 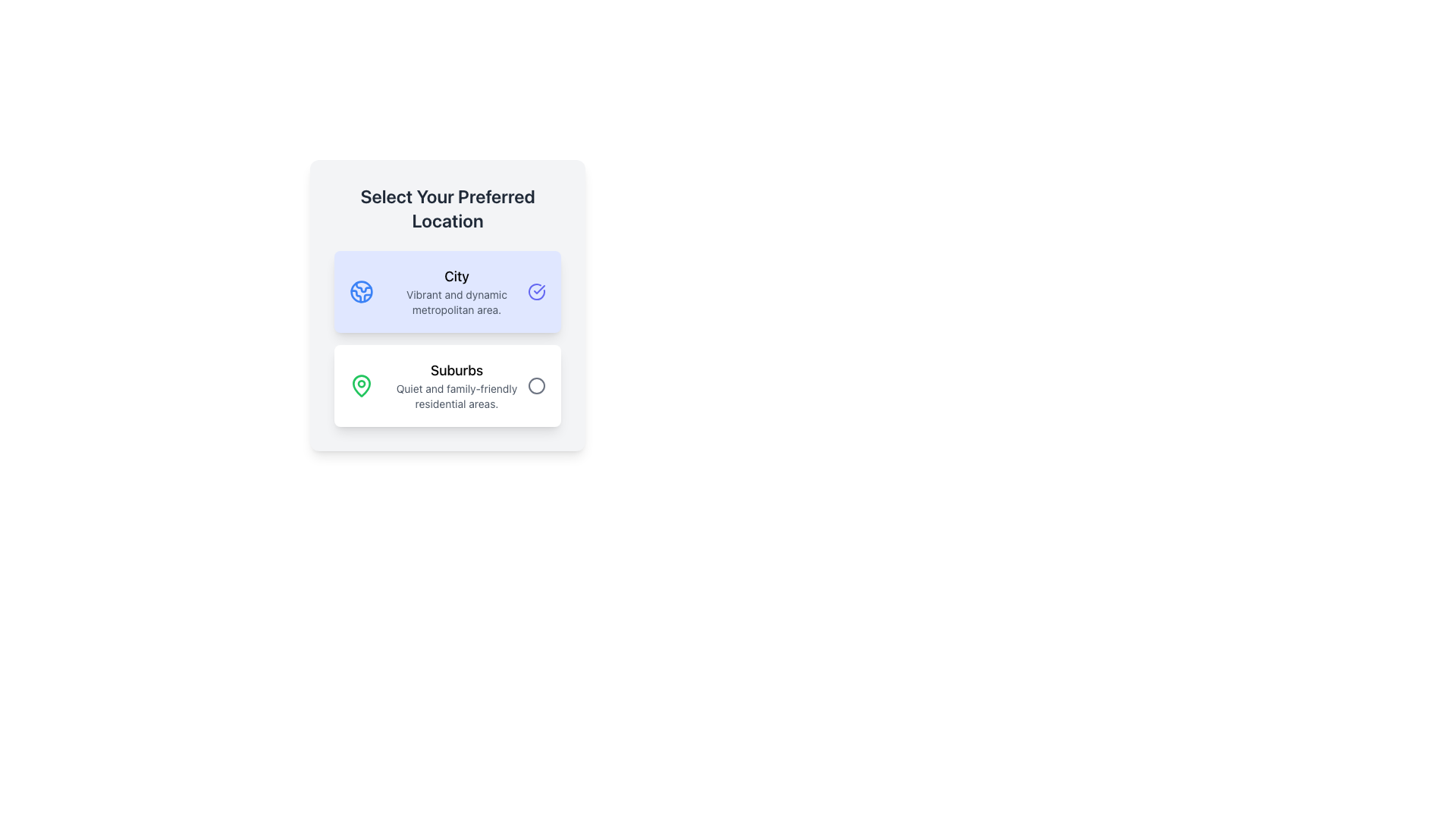 I want to click on the Text Display Component, which serves as a title or heading for user options, so click(x=447, y=208).